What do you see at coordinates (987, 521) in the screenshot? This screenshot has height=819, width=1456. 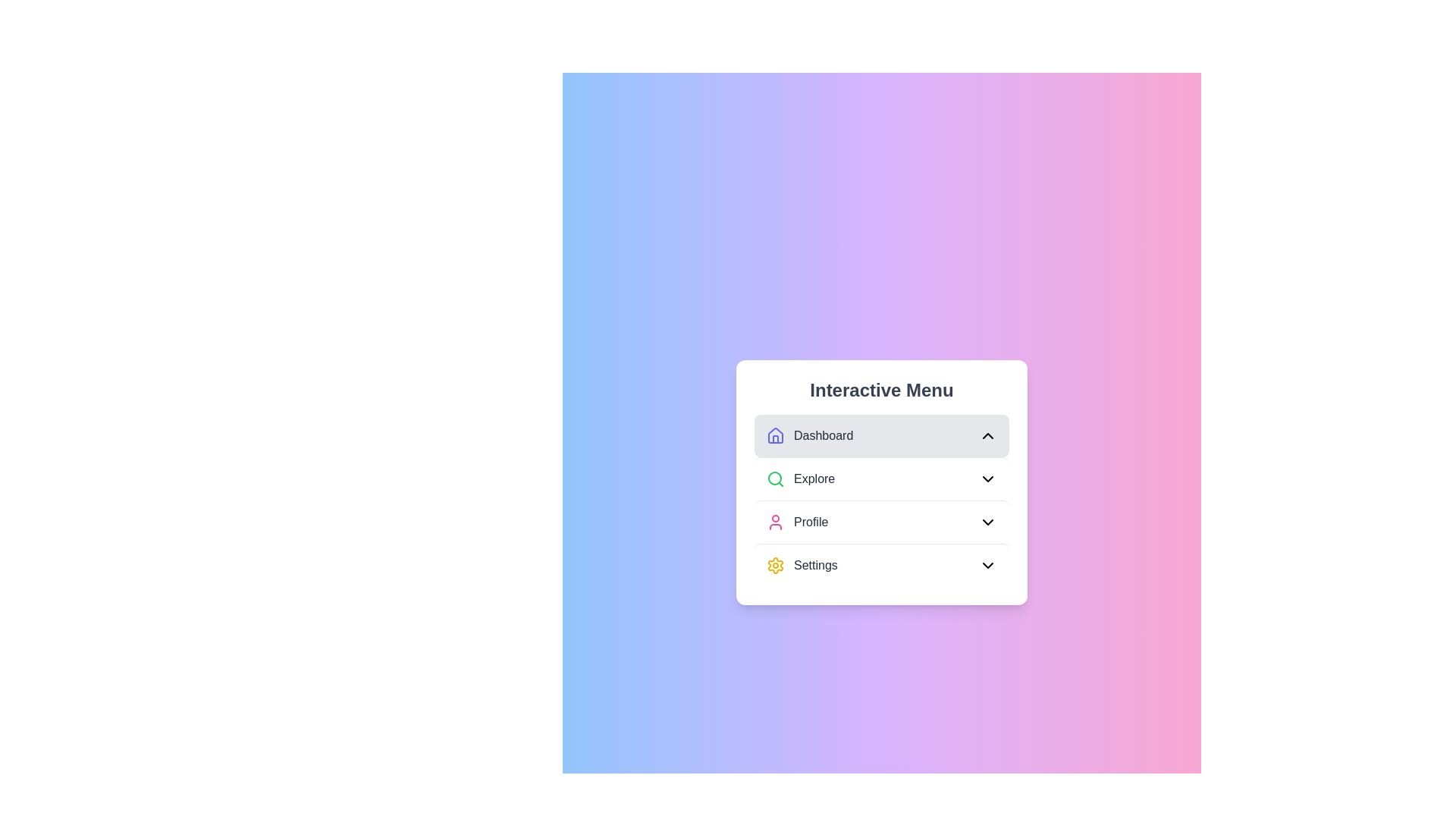 I see `the chevron toggle of the Profile menu to toggle its state` at bounding box center [987, 521].